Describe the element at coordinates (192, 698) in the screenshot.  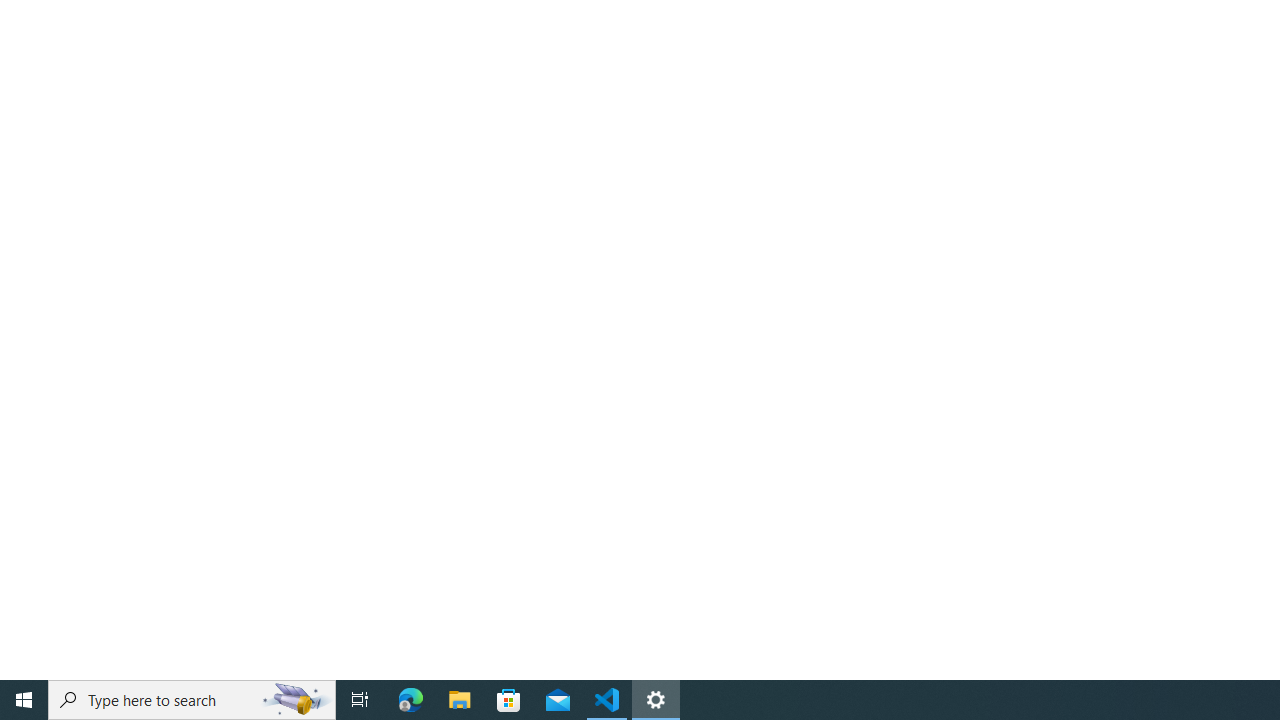
I see `'Type here to search'` at that location.